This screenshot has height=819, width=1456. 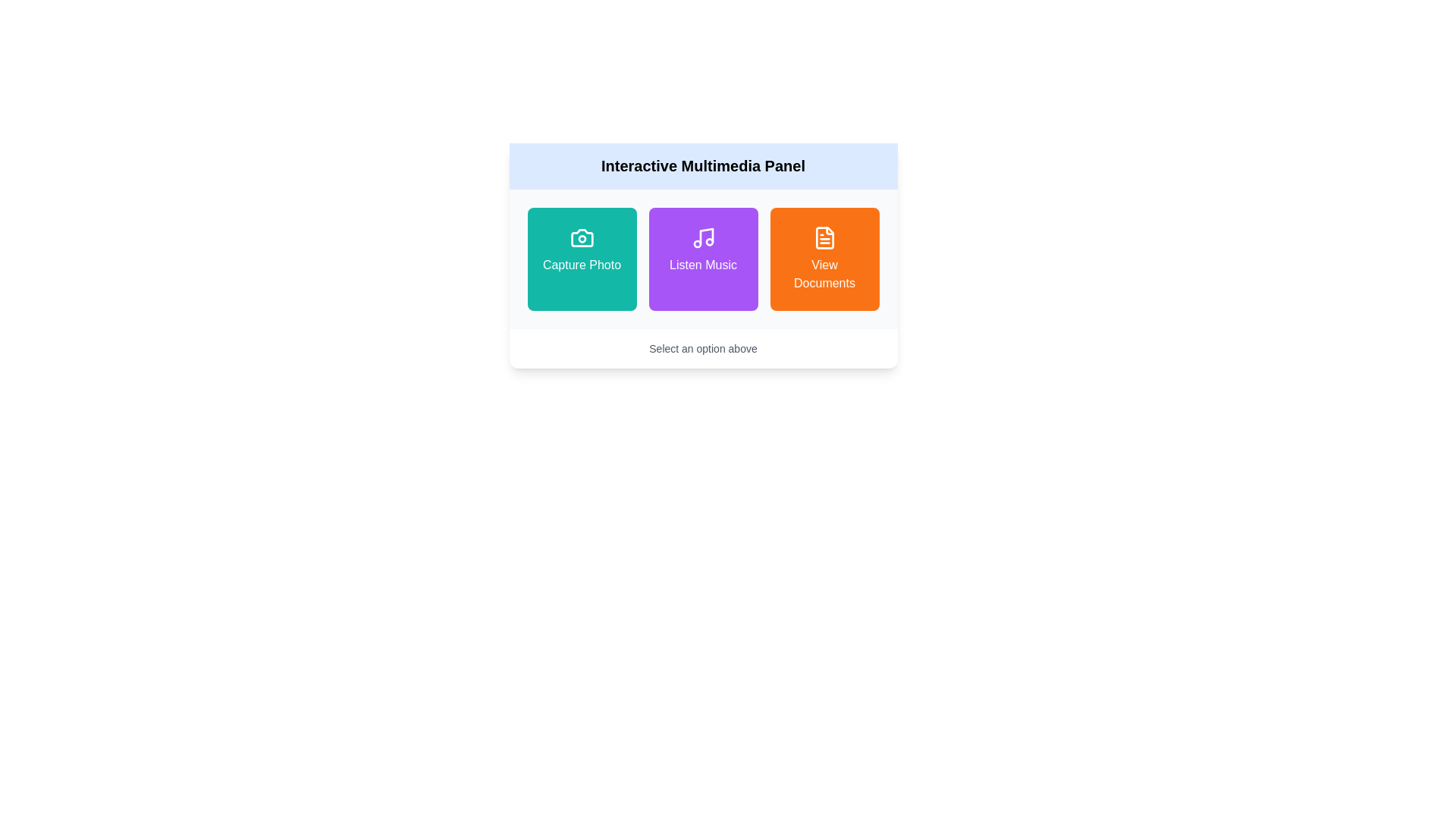 I want to click on the purple 'Listen Music' button located centrally within the multimedia selection panel, so click(x=702, y=255).